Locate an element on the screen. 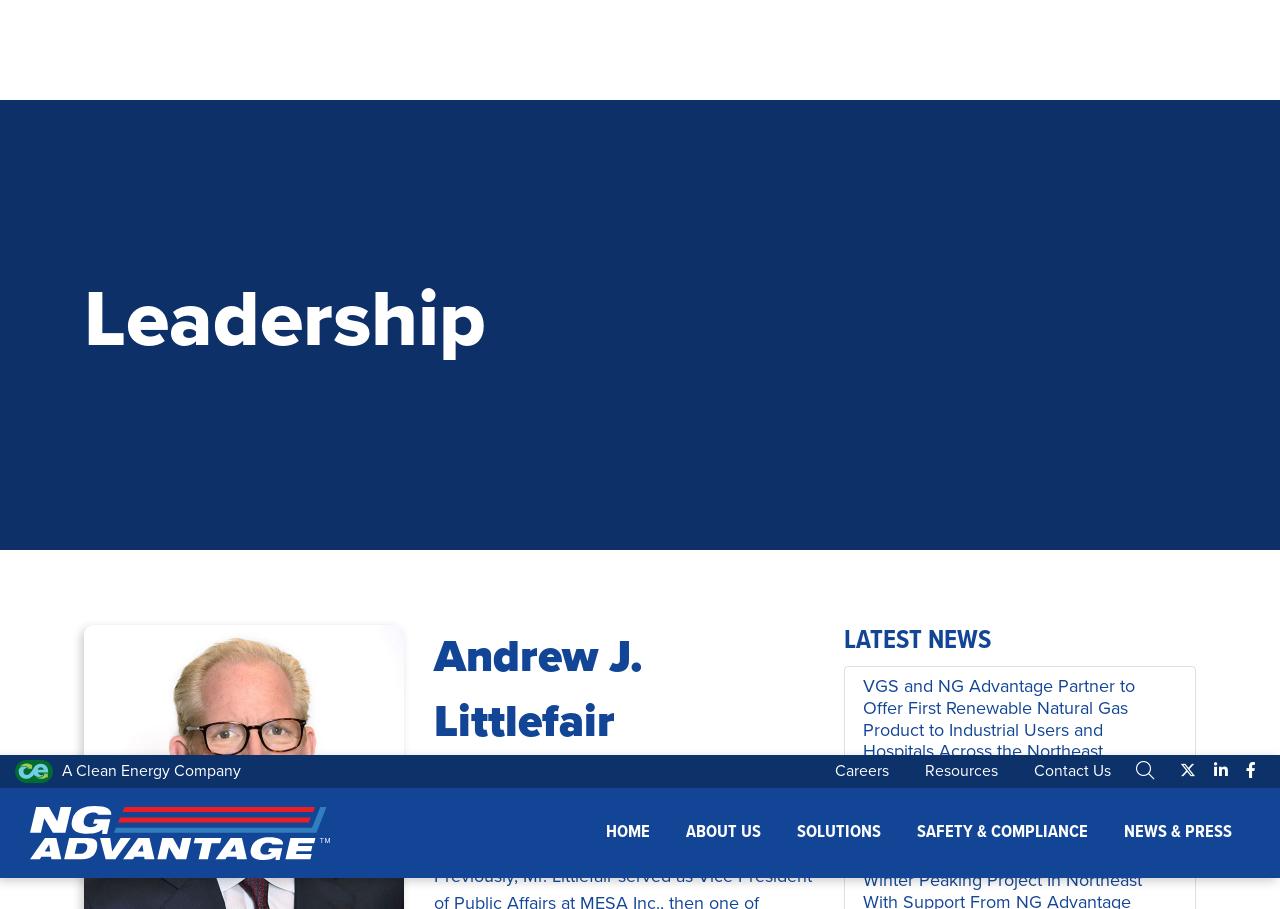 This screenshot has height=909, width=1280. 'Home' is located at coordinates (626, 45).